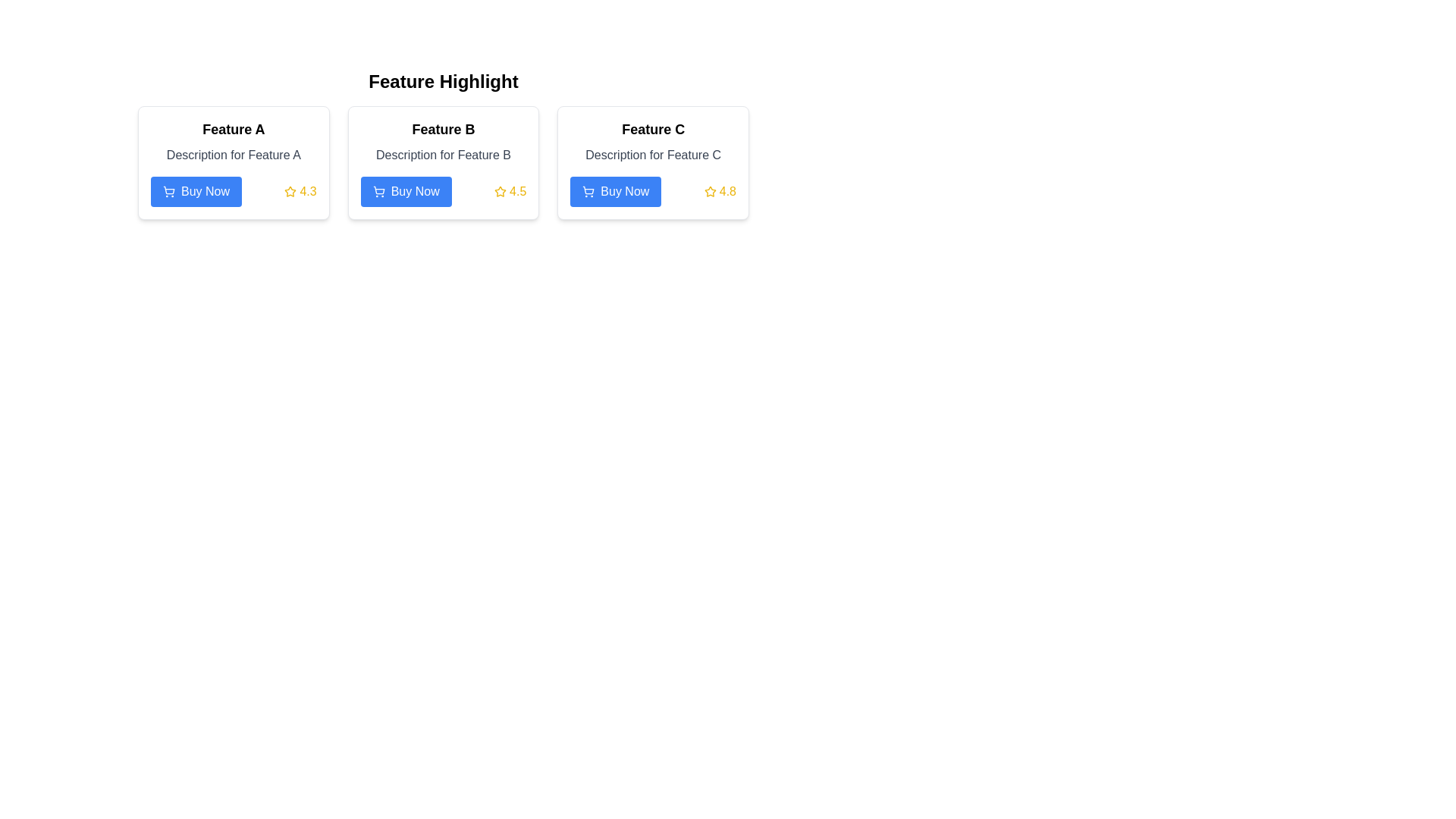 Image resolution: width=1456 pixels, height=819 pixels. What do you see at coordinates (709, 190) in the screenshot?
I see `the star-shaped icon with a hollow design, which is used to depict ratings or favorites, located adjacent to the numeric rating '4.5' and to the right of the 'Buy Now' button` at bounding box center [709, 190].